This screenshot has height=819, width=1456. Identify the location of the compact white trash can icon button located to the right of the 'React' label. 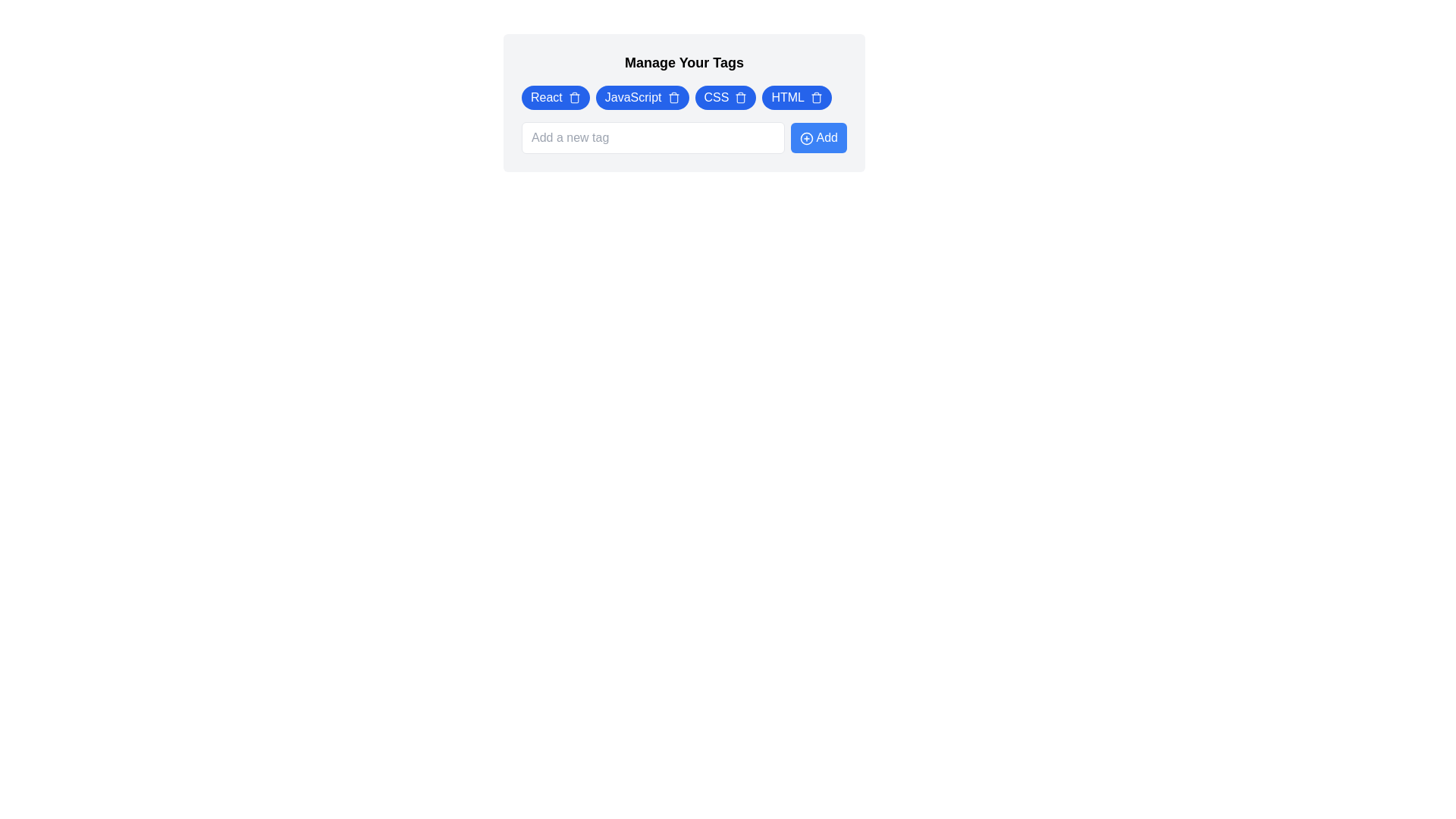
(573, 97).